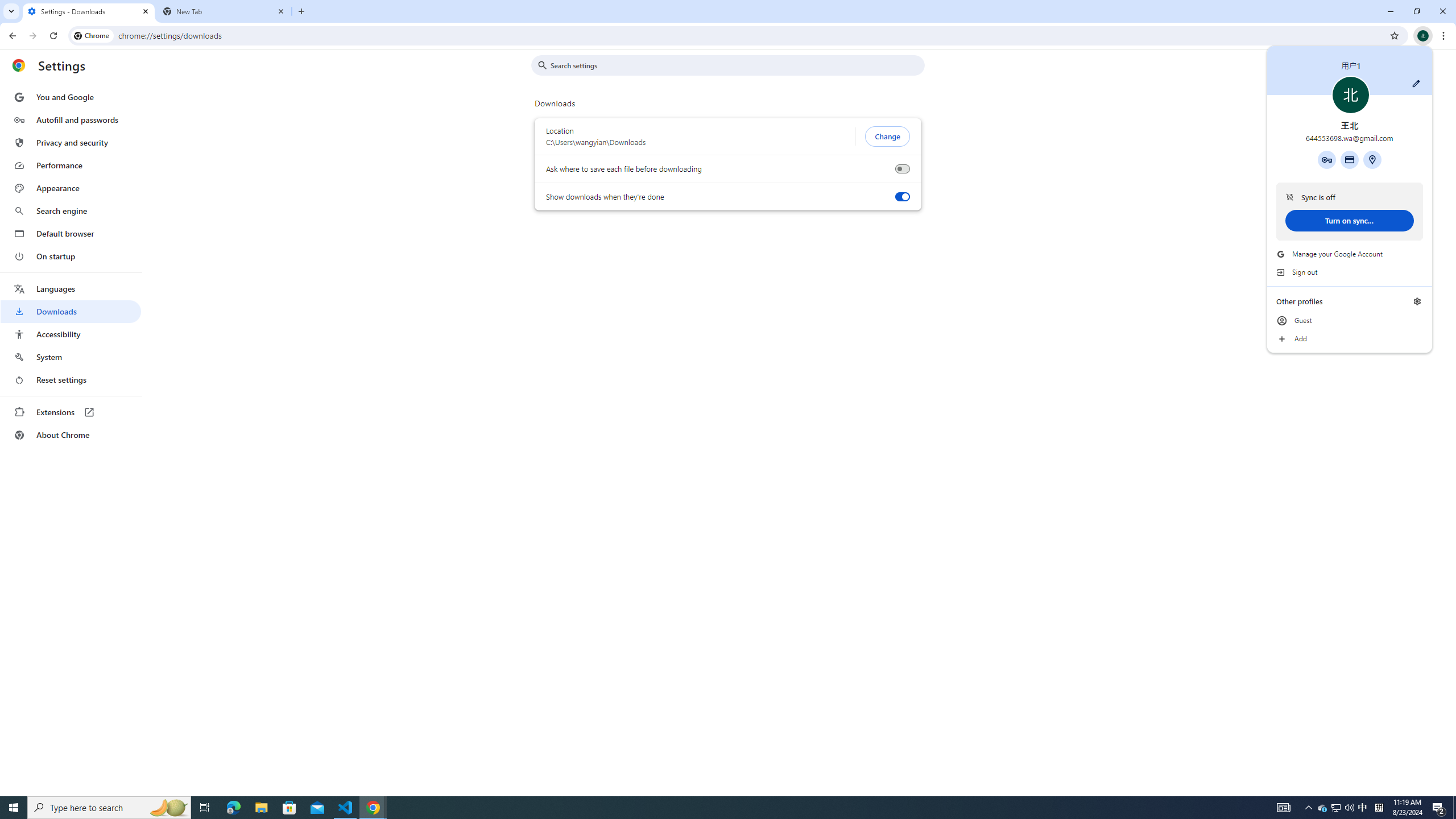 This screenshot has height=819, width=1456. Describe the element at coordinates (1283, 806) in the screenshot. I see `'AutomationID: 4105'` at that location.